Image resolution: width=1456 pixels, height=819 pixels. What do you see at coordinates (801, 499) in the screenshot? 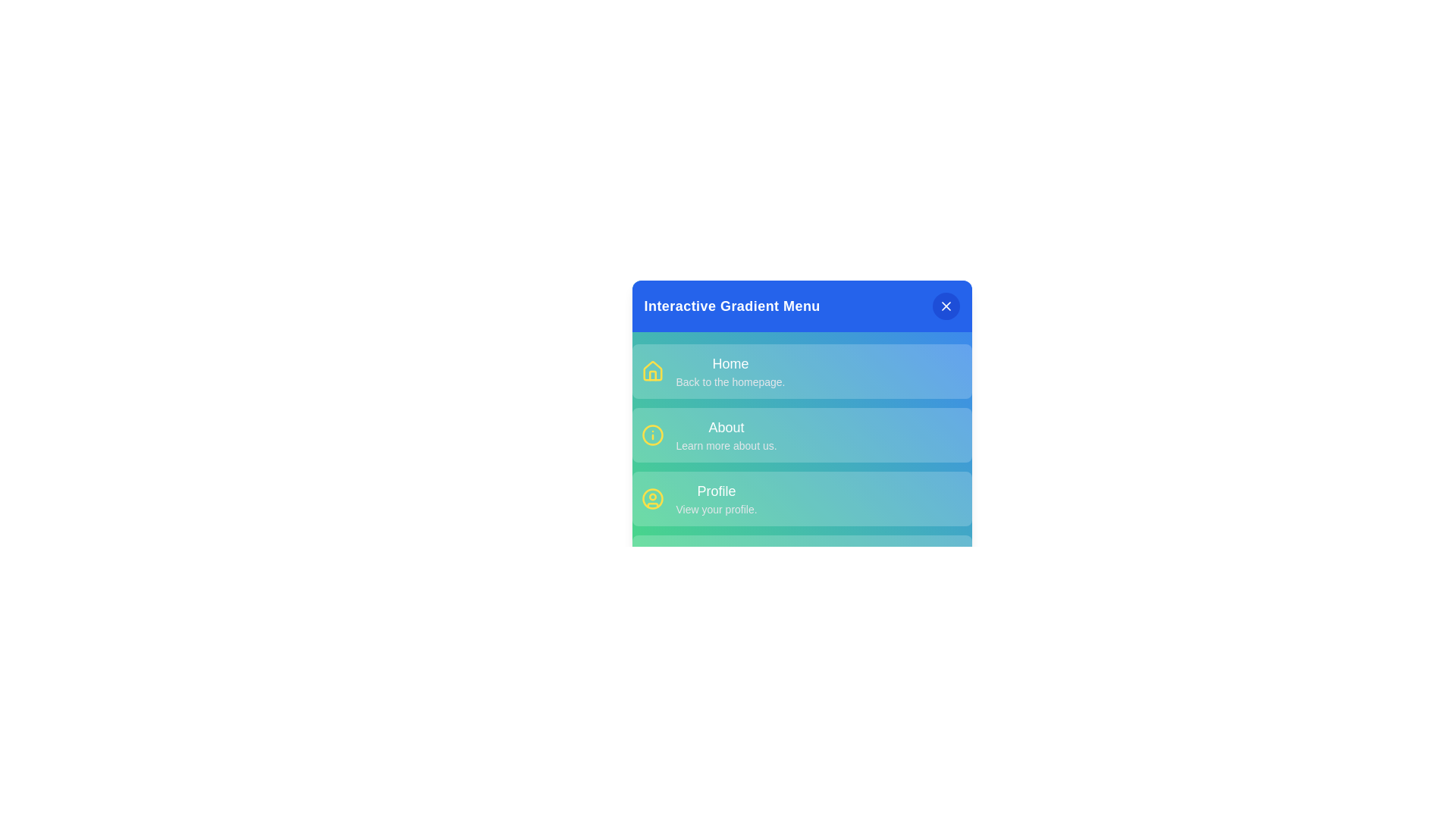
I see `the menu item corresponding to Profile` at bounding box center [801, 499].